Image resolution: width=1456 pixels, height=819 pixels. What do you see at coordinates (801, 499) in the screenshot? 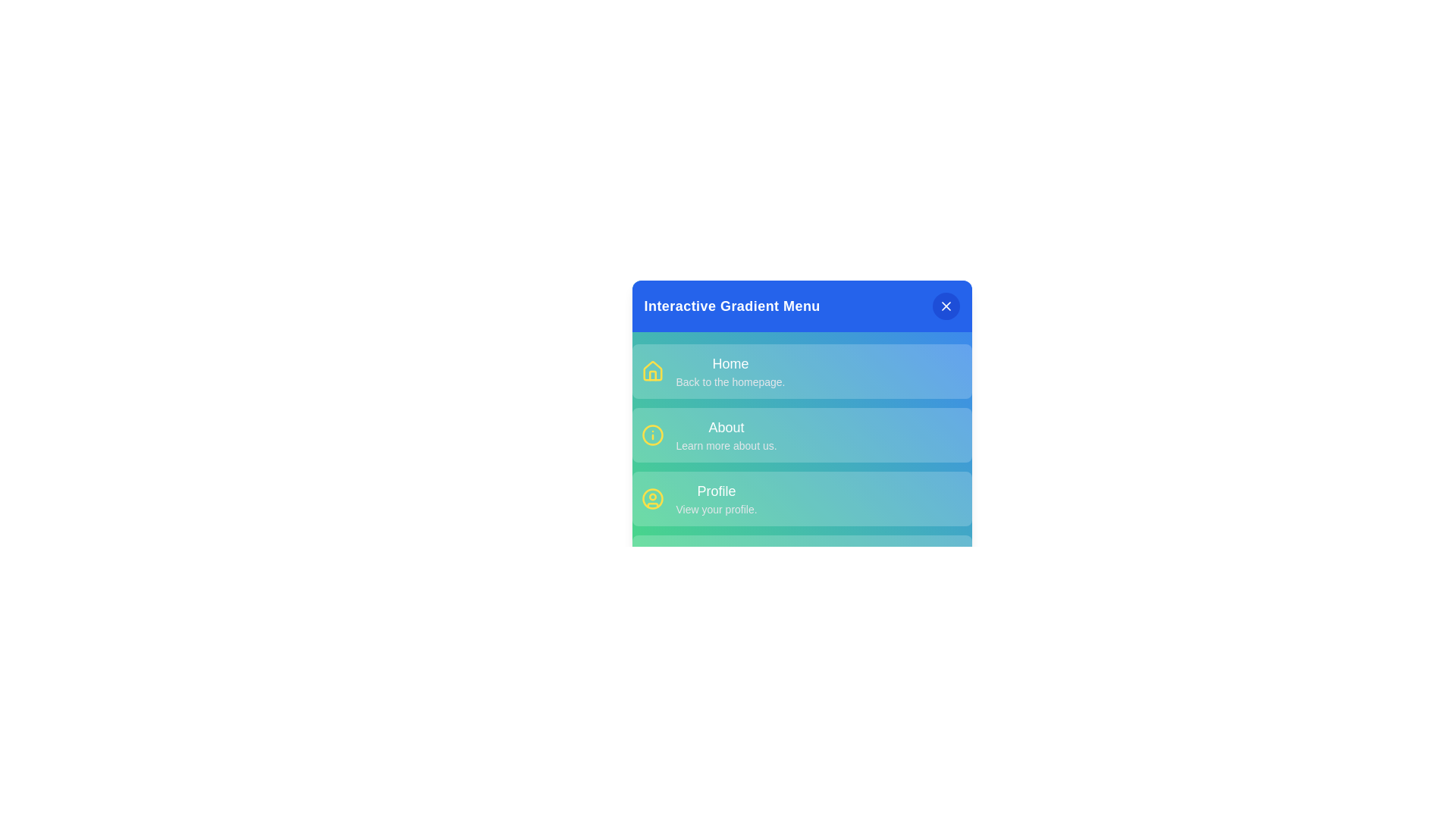
I see `the menu item corresponding to Profile` at bounding box center [801, 499].